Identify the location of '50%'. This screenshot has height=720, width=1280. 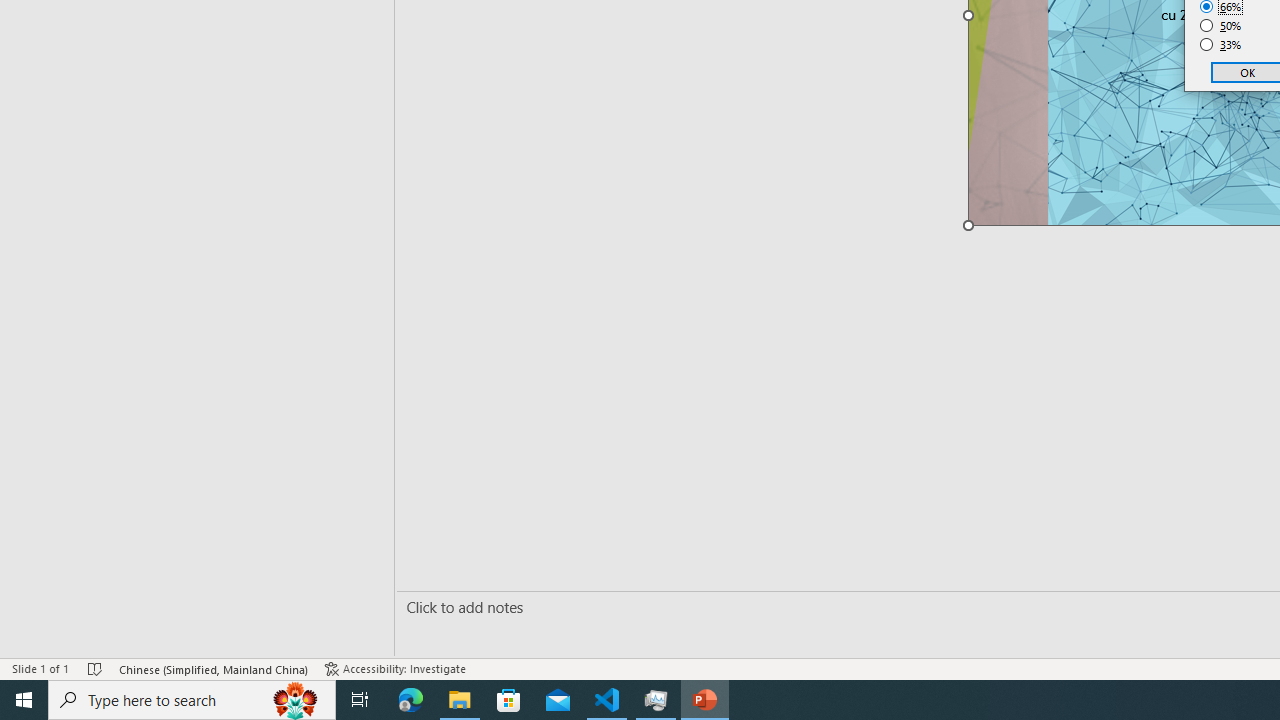
(1220, 25).